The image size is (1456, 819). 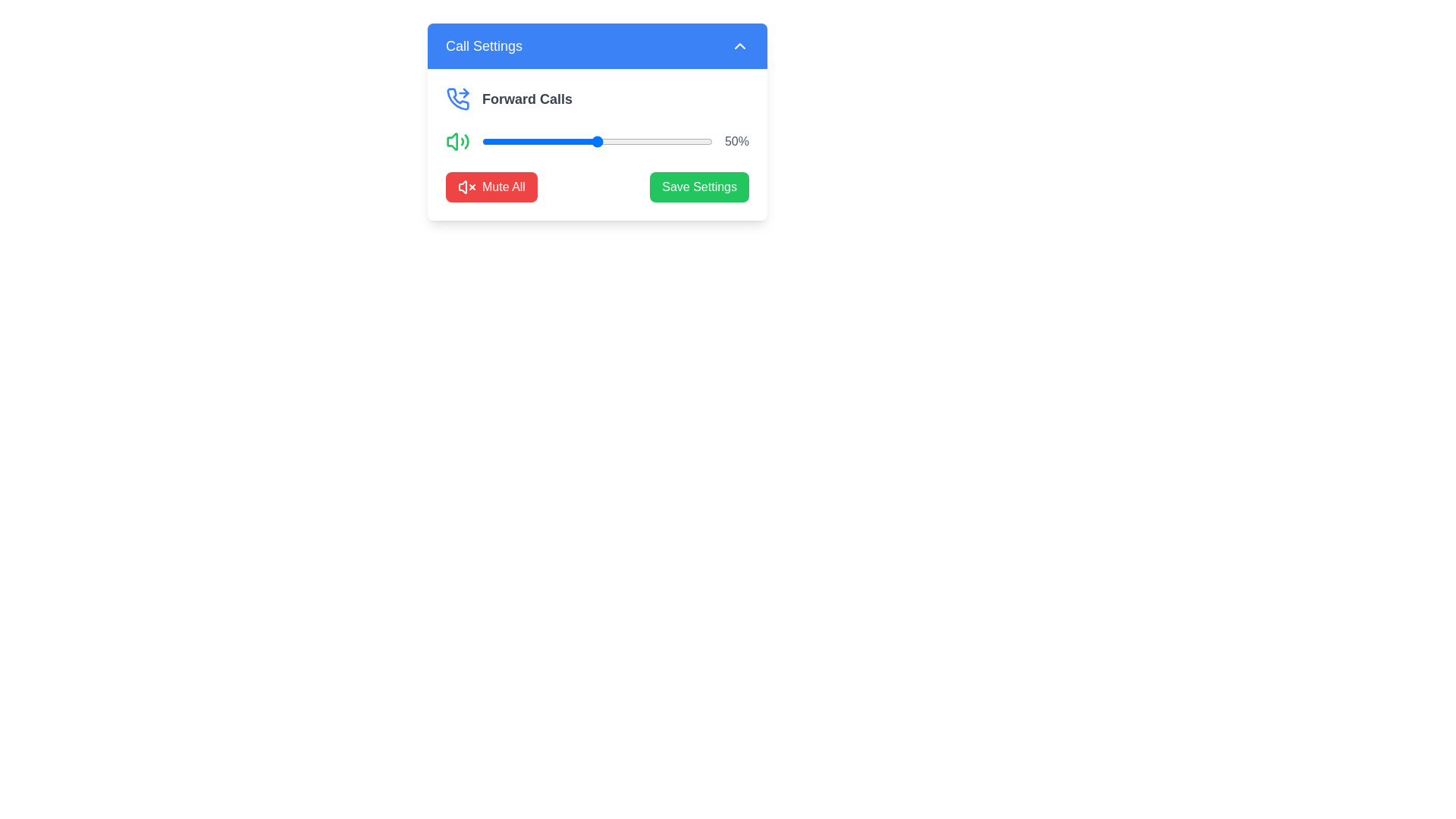 I want to click on the slider, so click(x=552, y=141).